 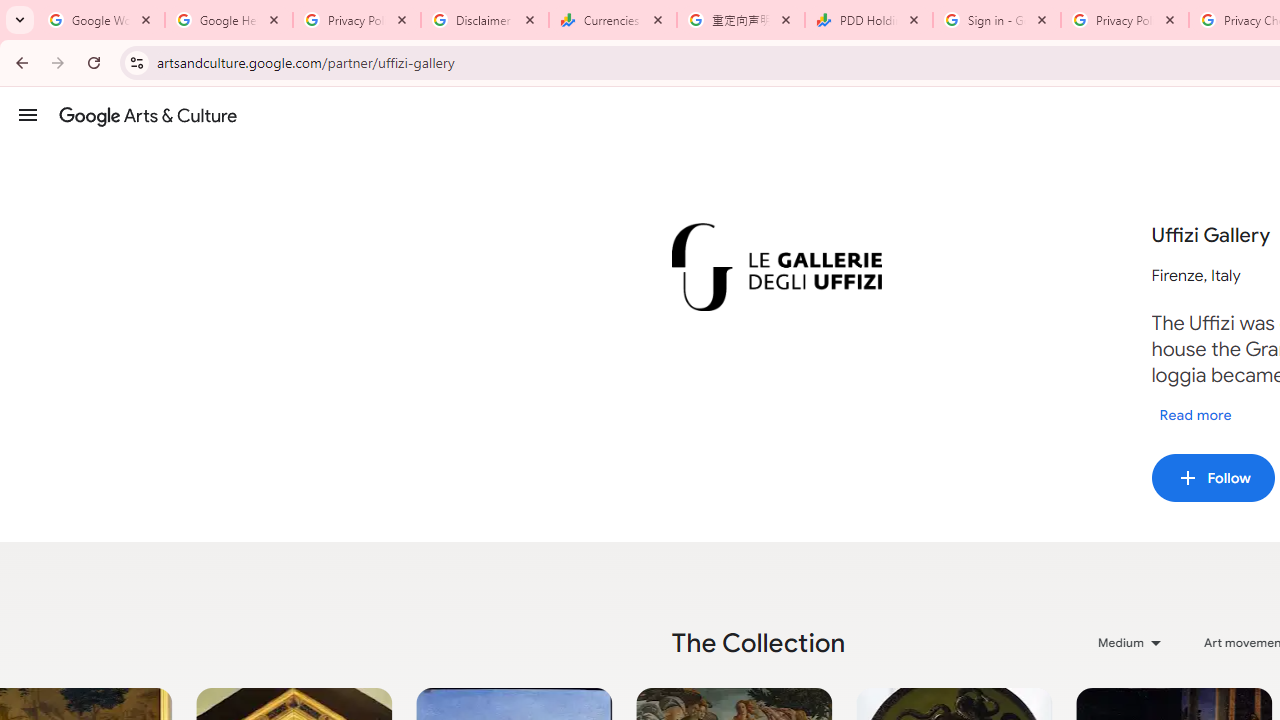 I want to click on 'Sign in - Google Accounts', so click(x=997, y=20).